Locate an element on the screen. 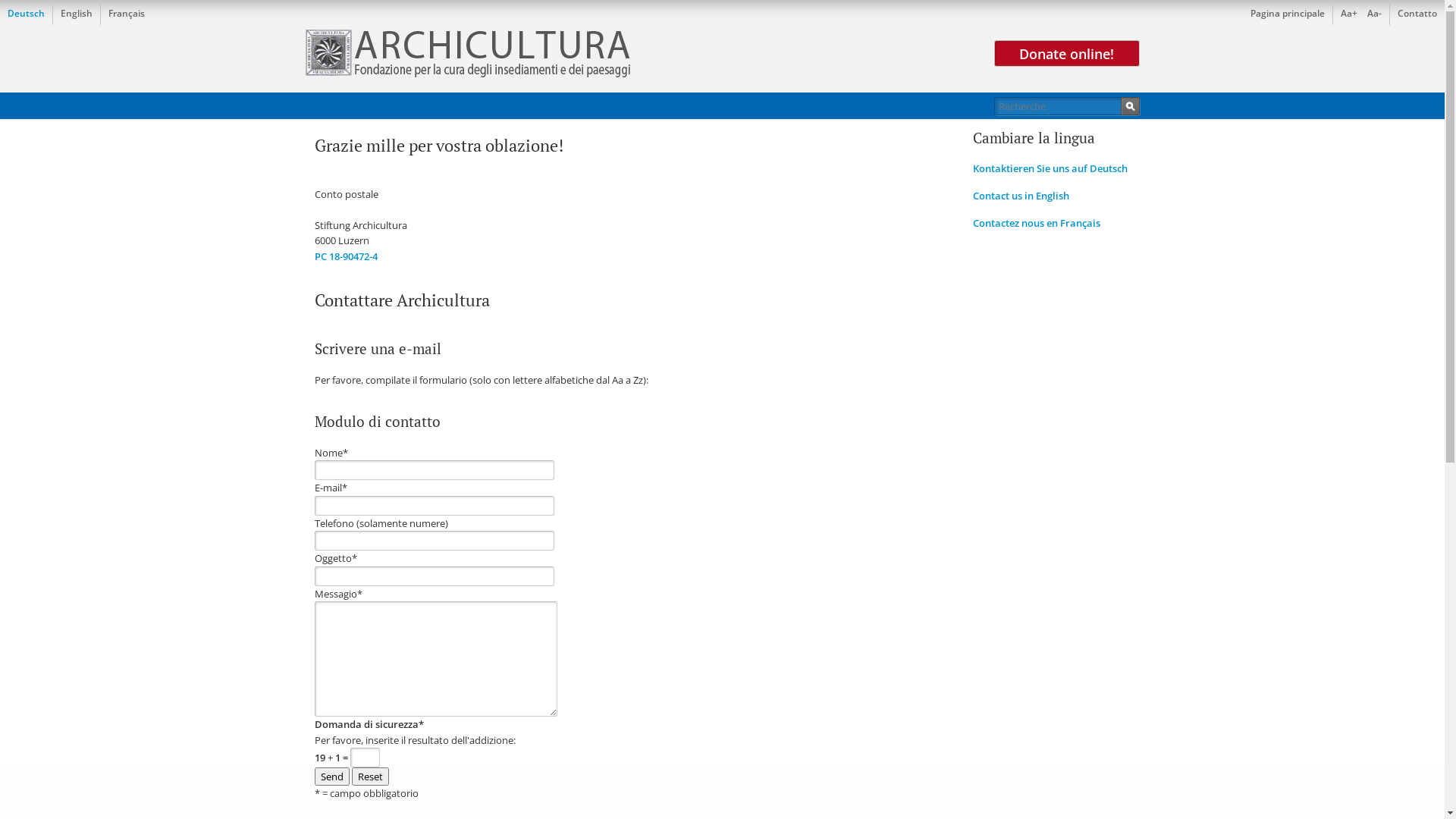 Image resolution: width=1456 pixels, height=819 pixels. 'Contatto' is located at coordinates (1416, 14).